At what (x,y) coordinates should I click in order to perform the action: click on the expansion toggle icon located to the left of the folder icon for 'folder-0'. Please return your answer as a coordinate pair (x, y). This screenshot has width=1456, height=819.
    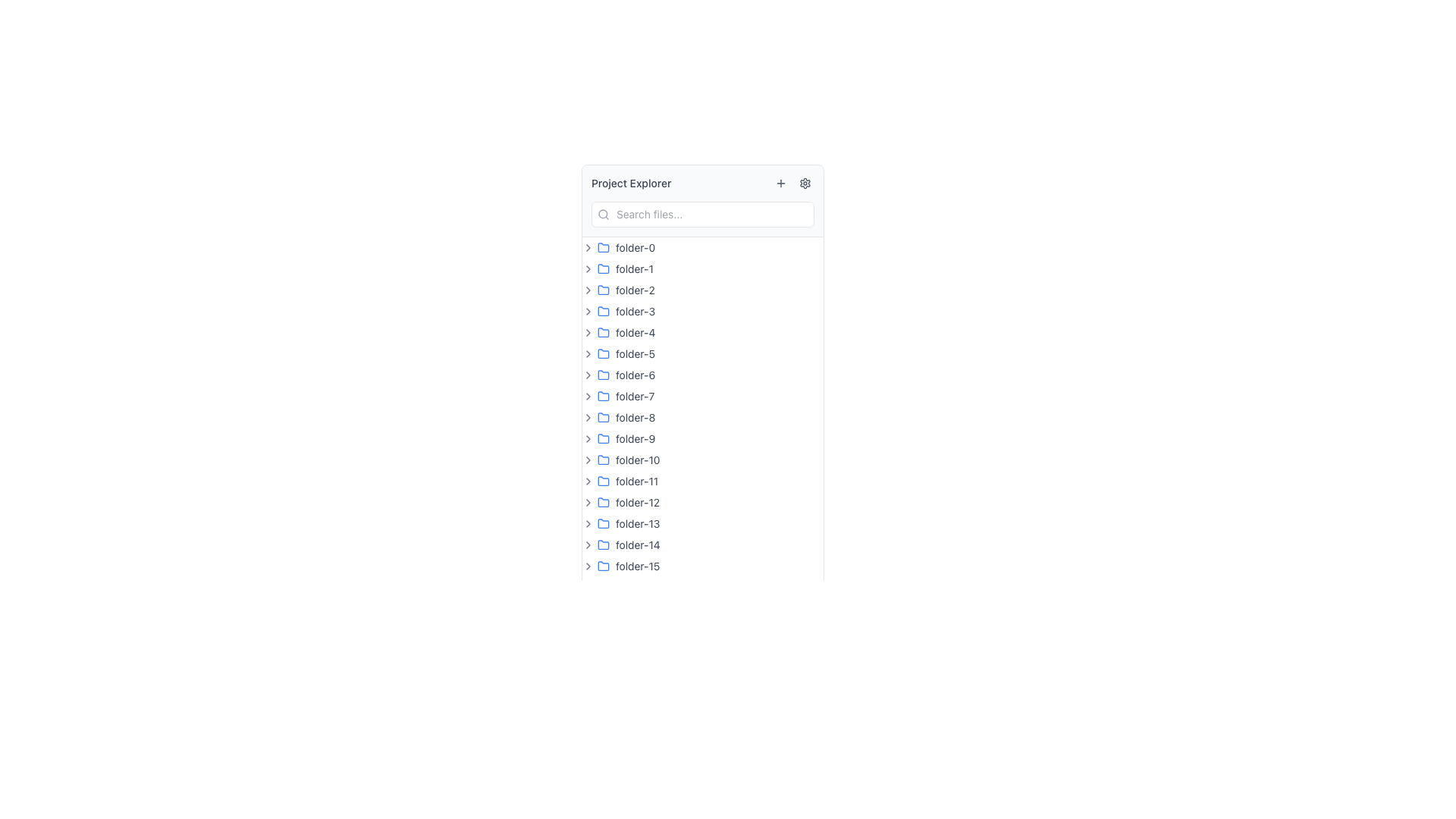
    Looking at the image, I should click on (588, 247).